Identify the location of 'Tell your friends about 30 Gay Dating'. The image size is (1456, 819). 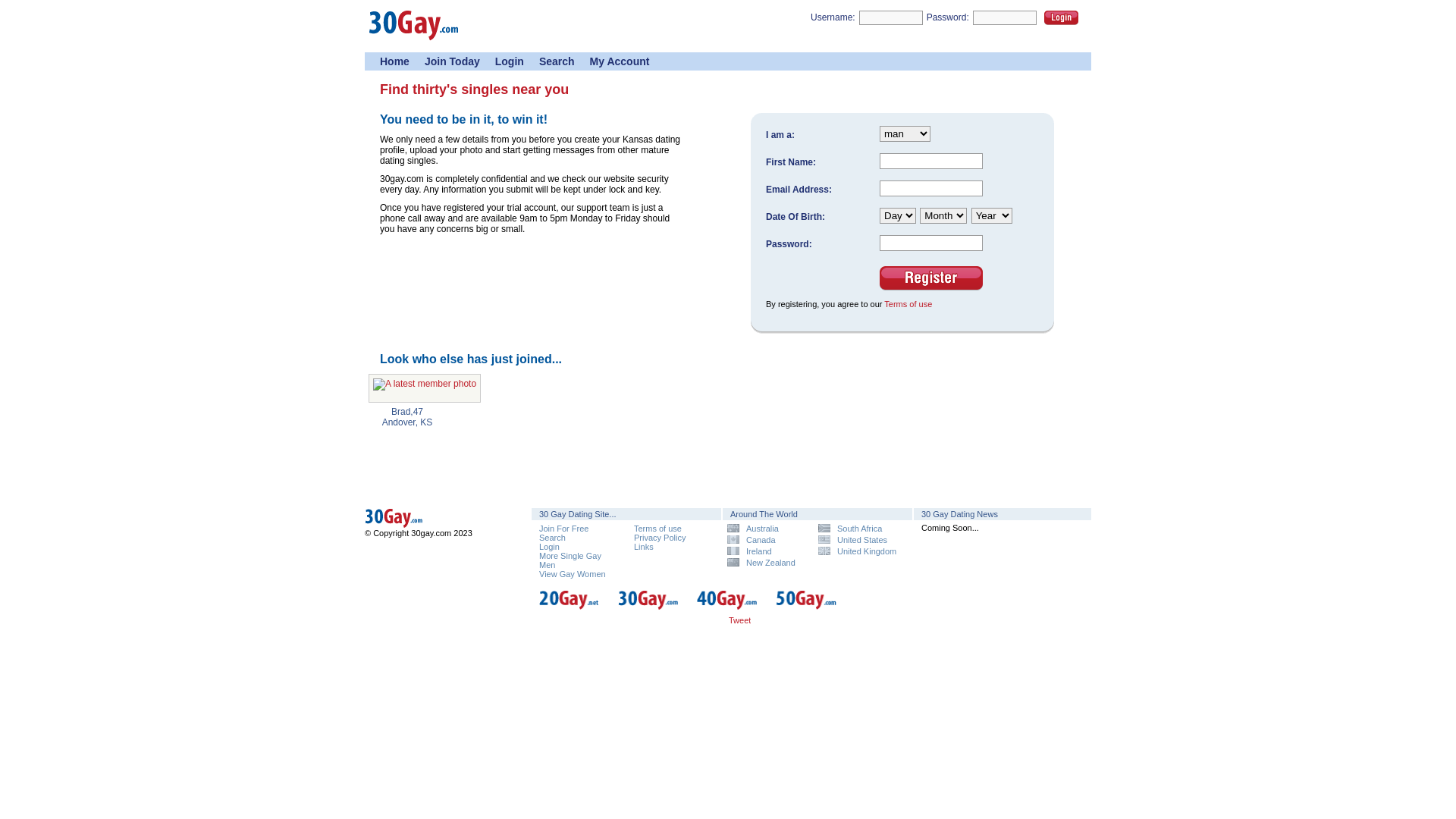
(758, 623).